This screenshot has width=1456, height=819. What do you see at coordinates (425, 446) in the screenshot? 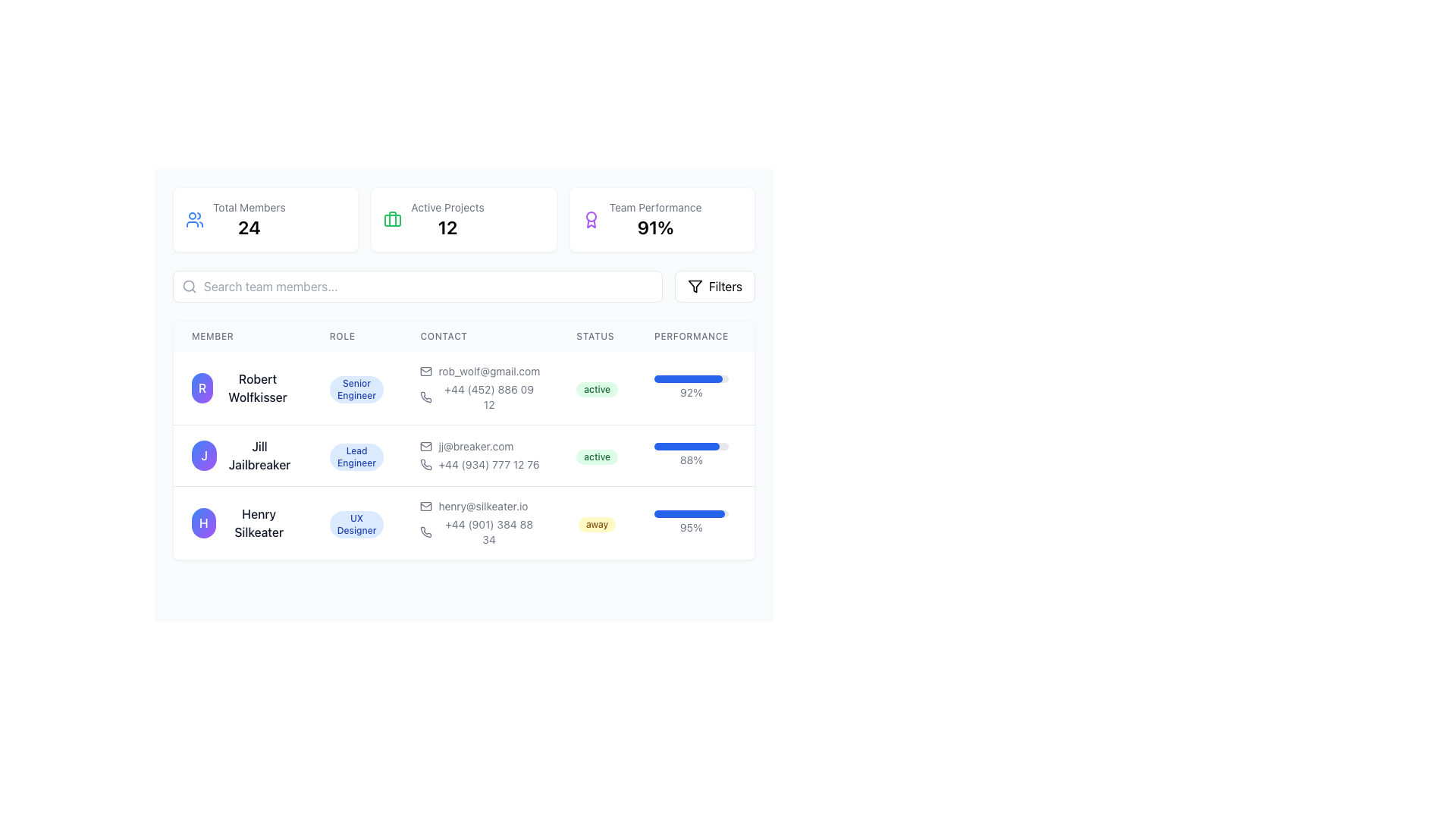
I see `the envelope icon representing email communications located in the contact section of the second row (Jill Jailbreaker) in the table of users under the 'Contact' column` at bounding box center [425, 446].